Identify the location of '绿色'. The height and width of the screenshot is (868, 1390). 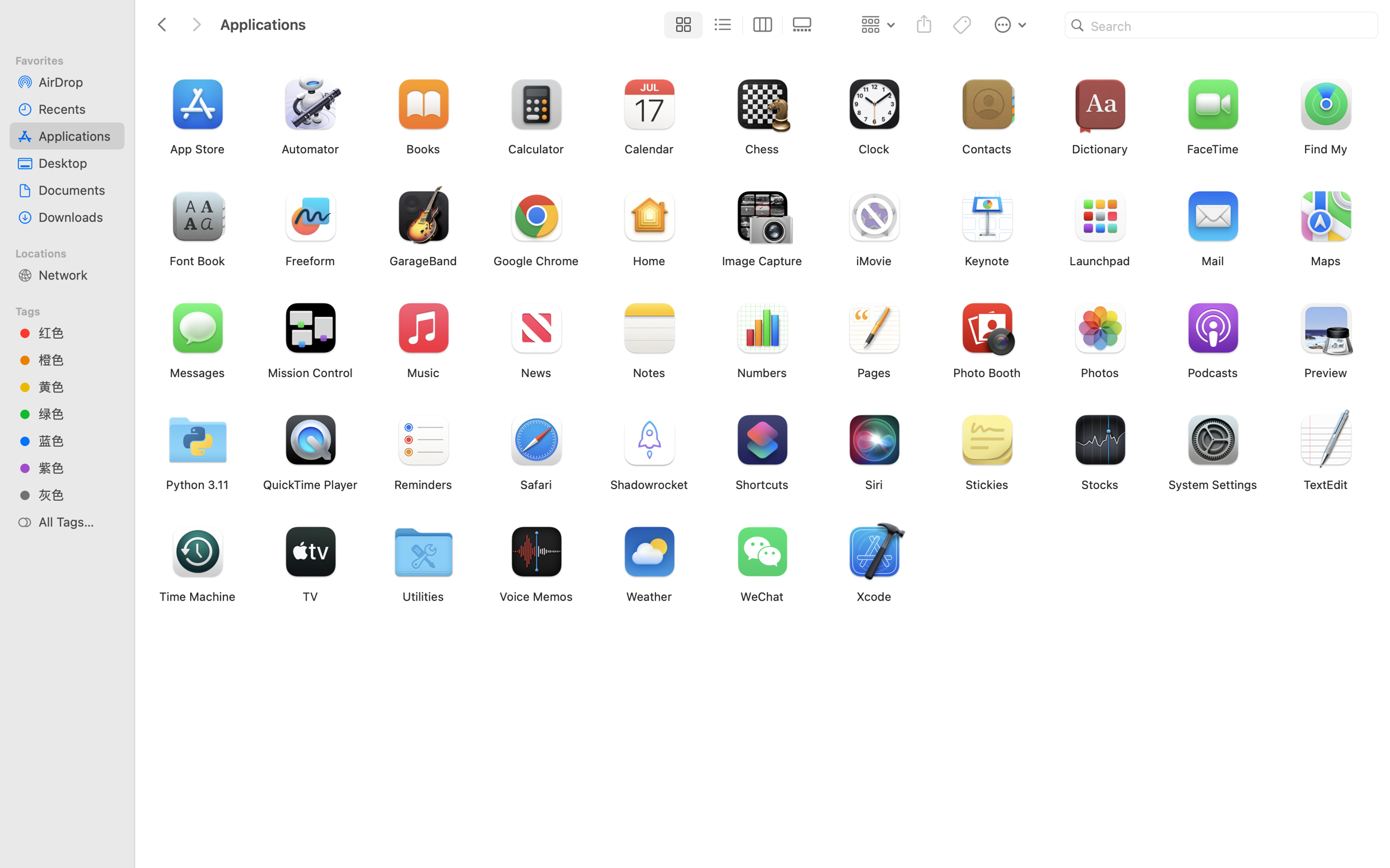
(77, 414).